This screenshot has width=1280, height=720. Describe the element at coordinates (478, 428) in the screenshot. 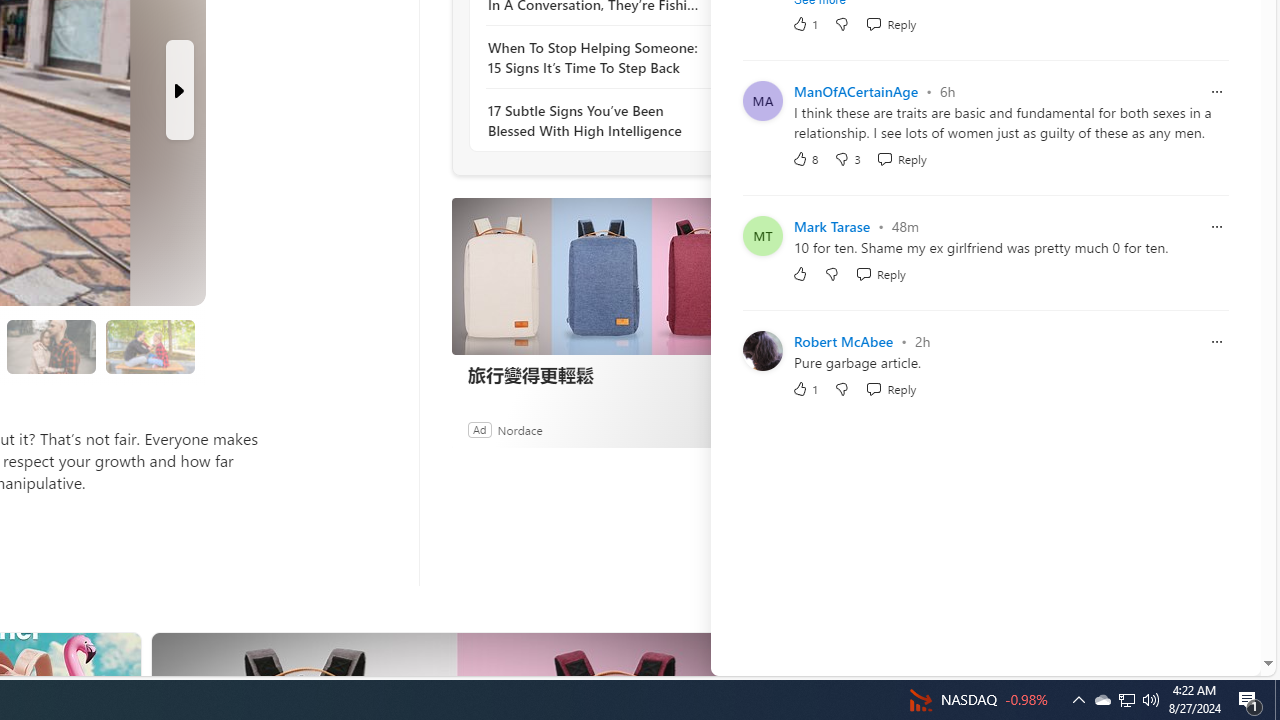

I see `'Ad'` at that location.